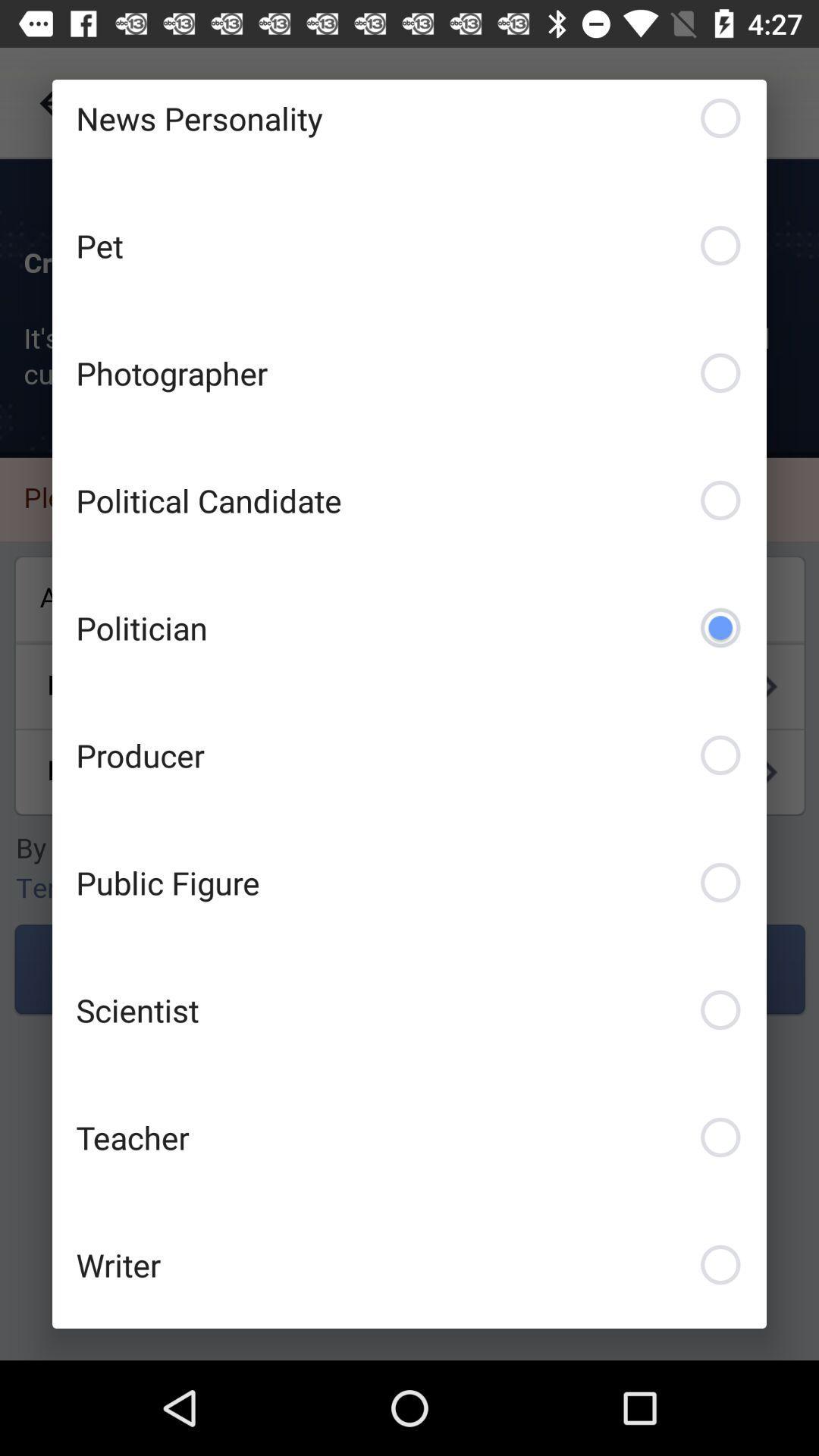 This screenshot has width=819, height=1456. I want to click on item below the public figure, so click(409, 1009).